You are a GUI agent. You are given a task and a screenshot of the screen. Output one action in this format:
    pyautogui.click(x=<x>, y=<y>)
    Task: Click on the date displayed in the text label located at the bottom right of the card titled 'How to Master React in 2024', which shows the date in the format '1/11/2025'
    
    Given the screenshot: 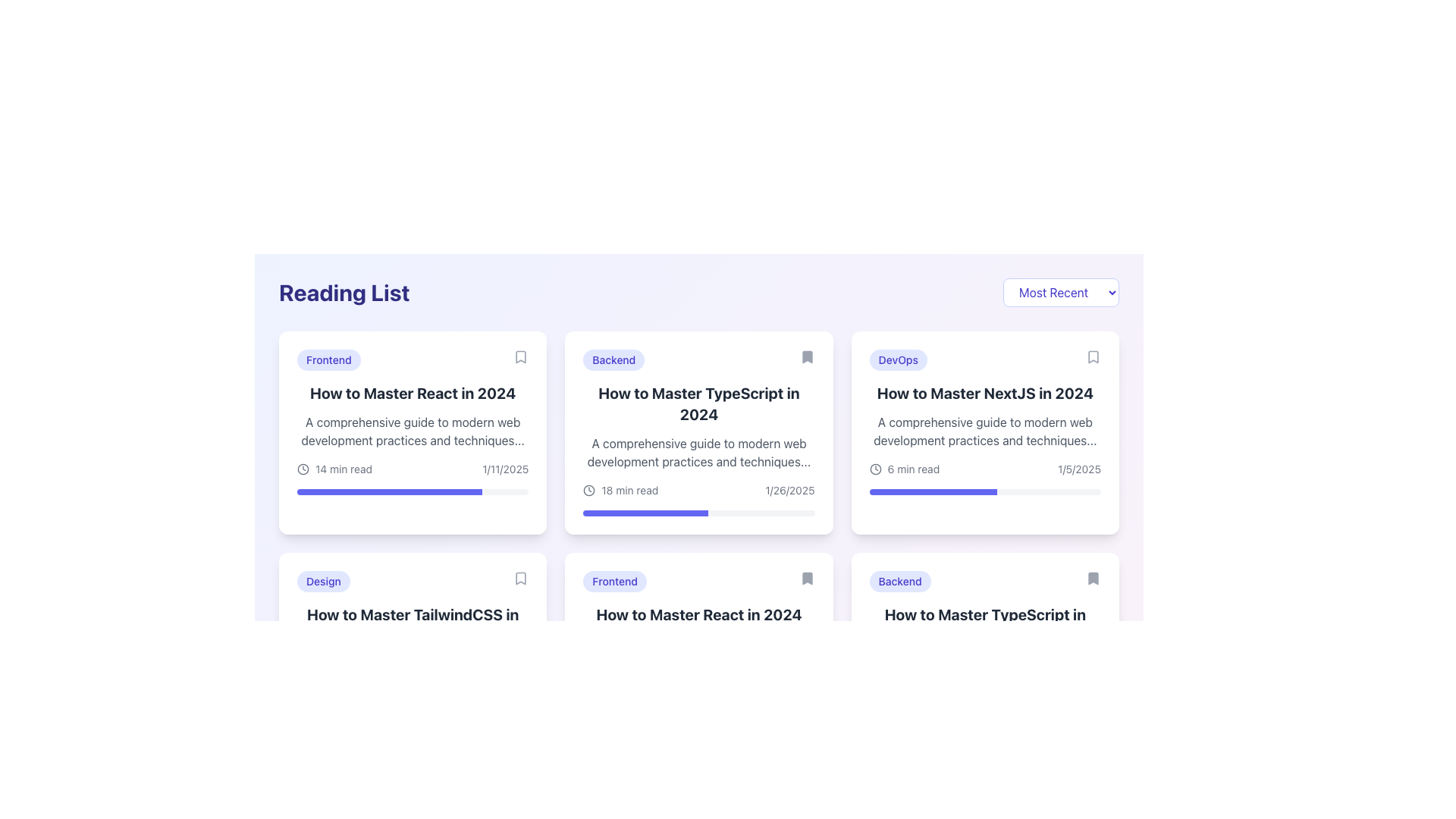 What is the action you would take?
    pyautogui.click(x=505, y=468)
    